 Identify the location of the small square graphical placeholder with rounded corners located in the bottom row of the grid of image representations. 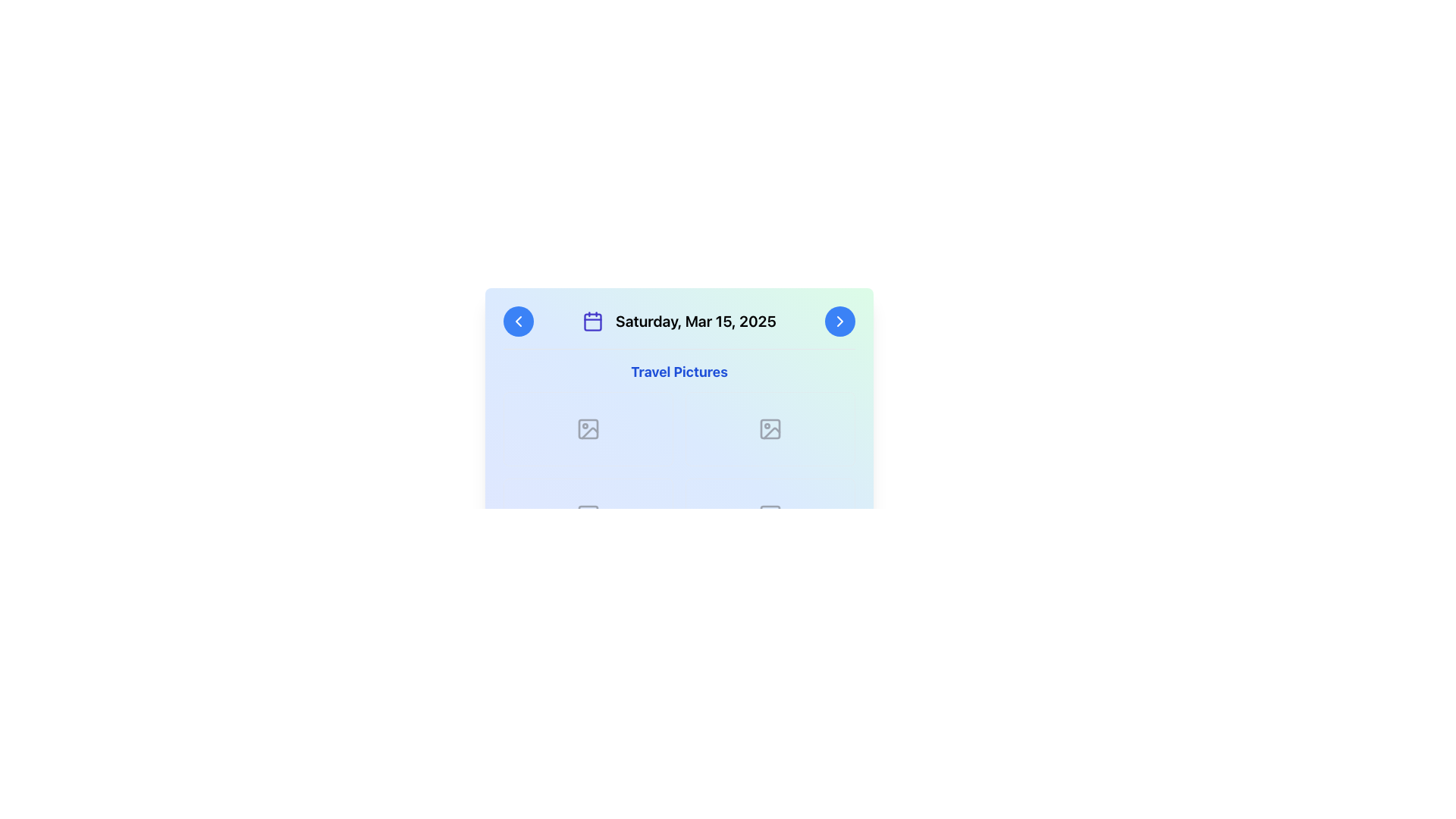
(588, 514).